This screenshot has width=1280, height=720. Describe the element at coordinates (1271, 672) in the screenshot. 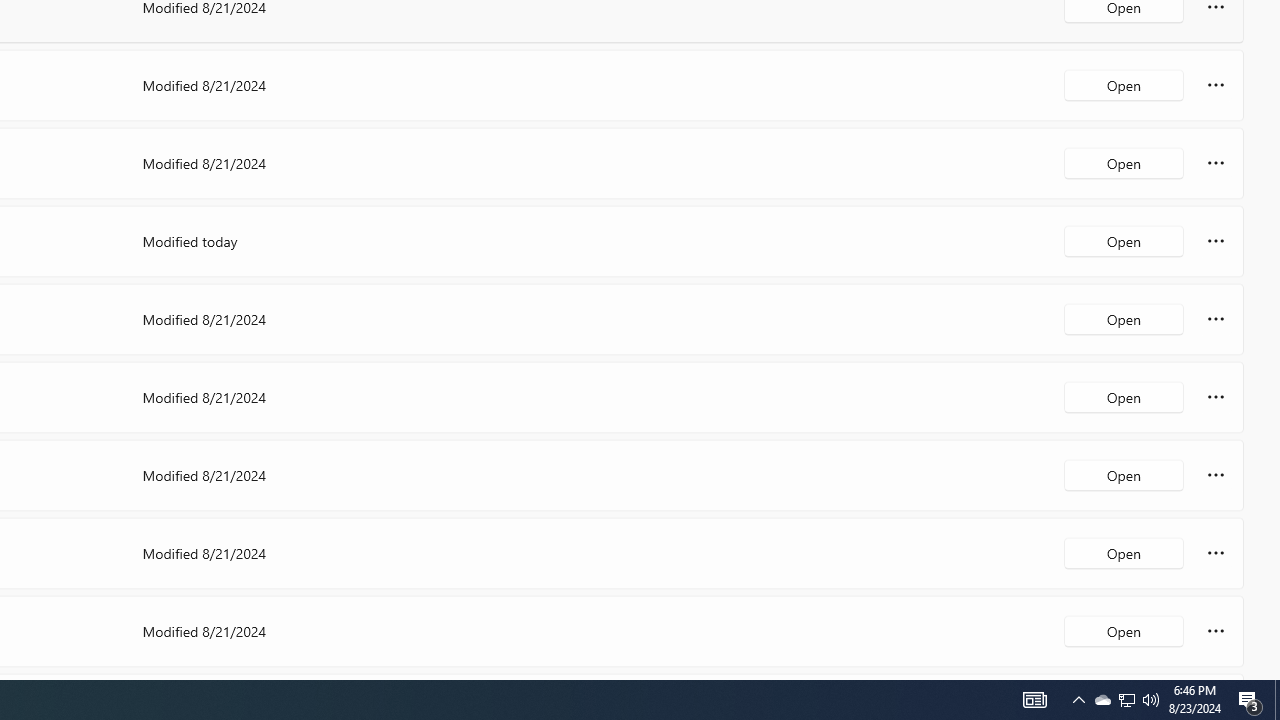

I see `'Vertical Small Increase'` at that location.